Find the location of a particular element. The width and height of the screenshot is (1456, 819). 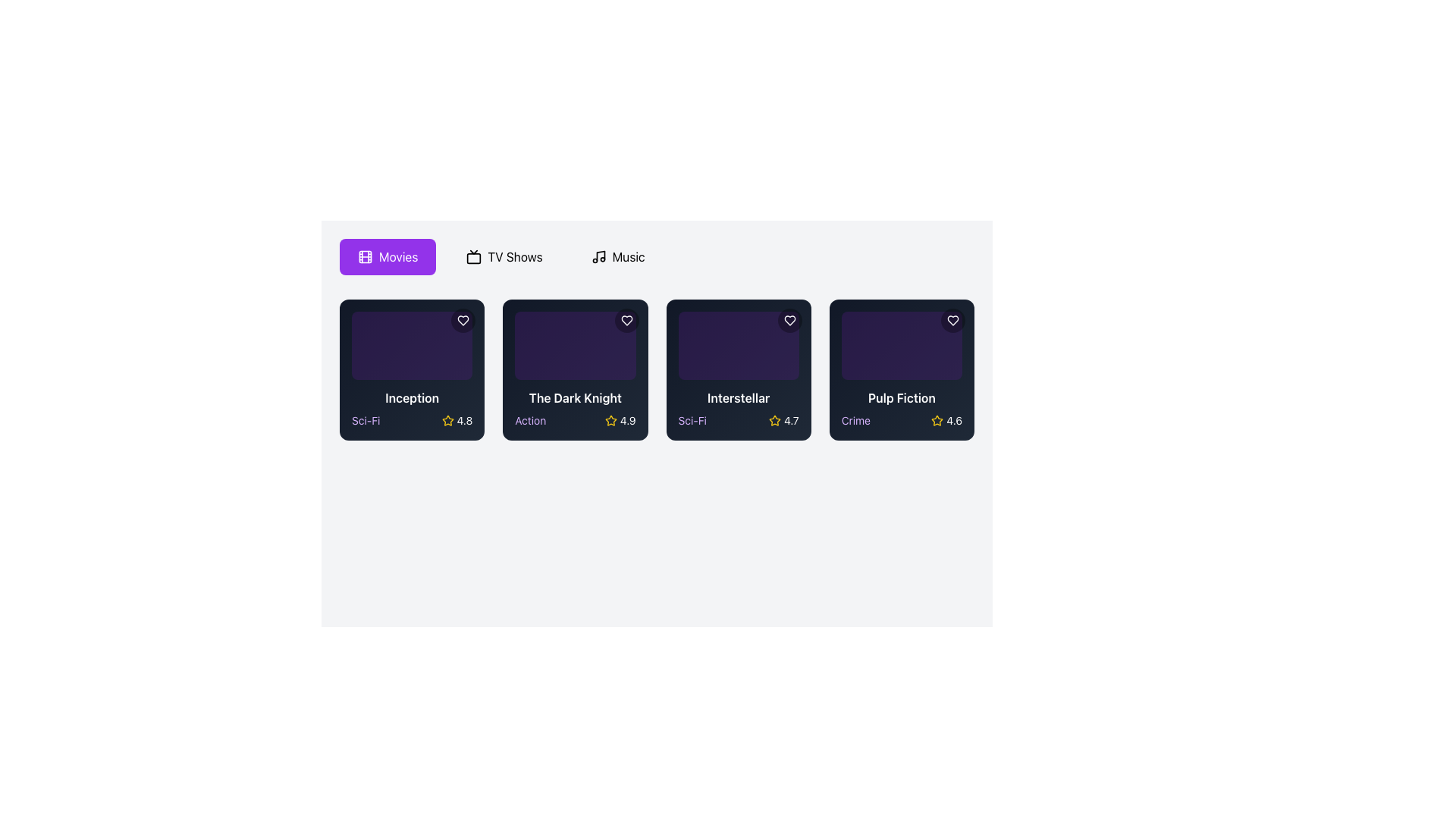

displayed rating value '4.9' from the numeric text label adjacent to the yellow star icon in the movie card labeled 'The Dark Knight' is located at coordinates (628, 420).